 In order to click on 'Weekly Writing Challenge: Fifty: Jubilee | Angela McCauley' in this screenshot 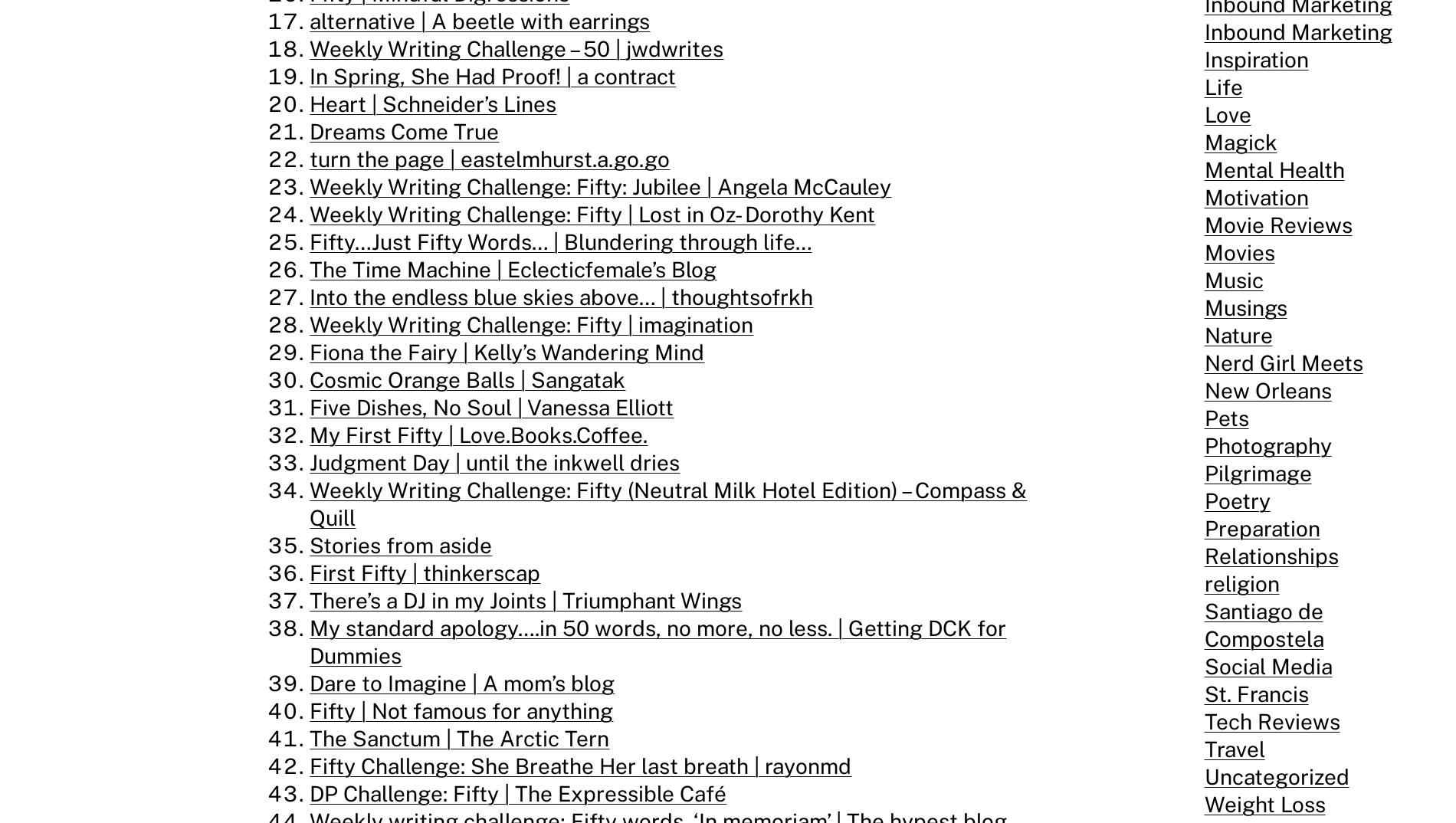, I will do `click(599, 185)`.